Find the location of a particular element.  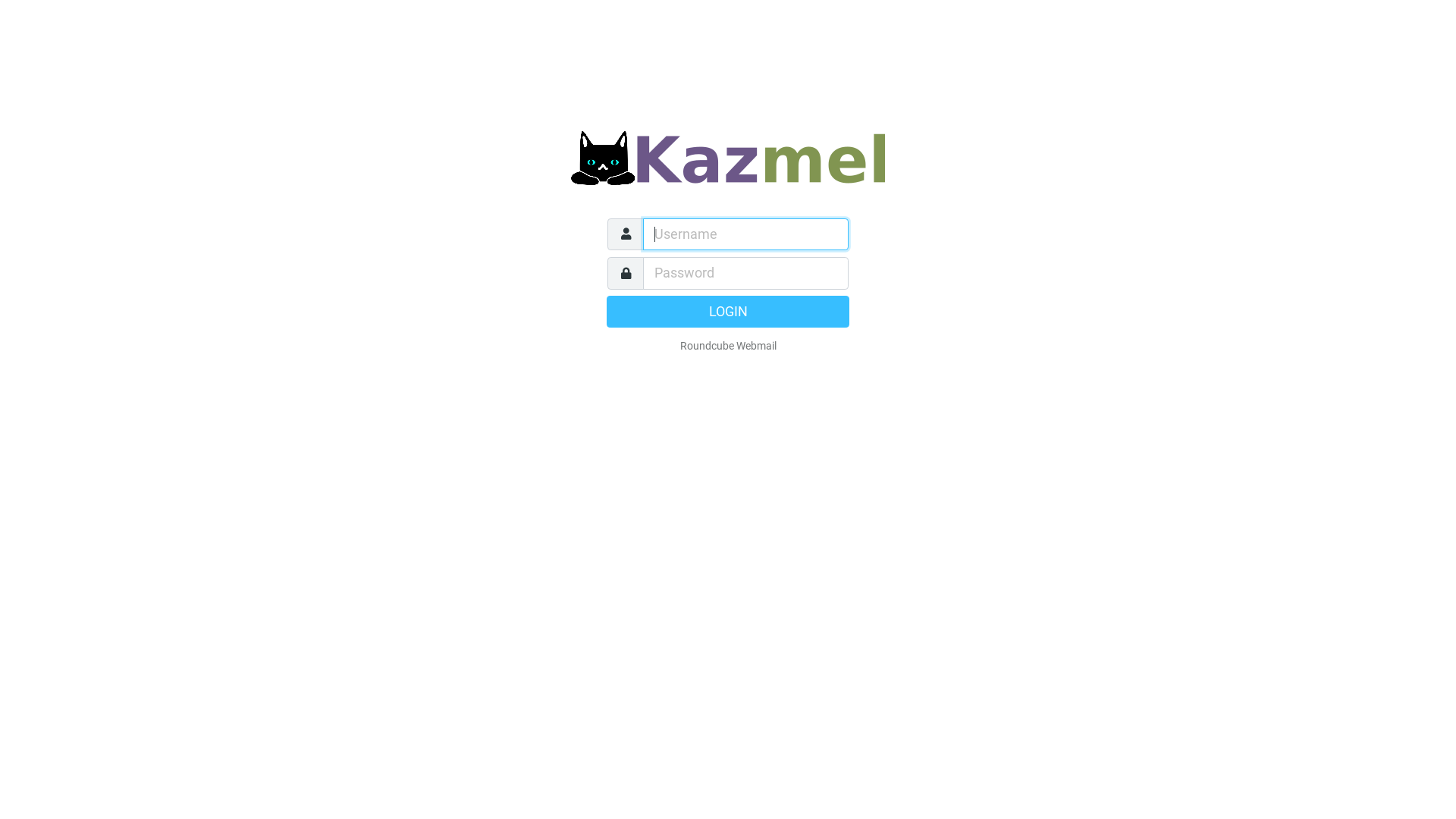

'LOGIN' is located at coordinates (728, 311).